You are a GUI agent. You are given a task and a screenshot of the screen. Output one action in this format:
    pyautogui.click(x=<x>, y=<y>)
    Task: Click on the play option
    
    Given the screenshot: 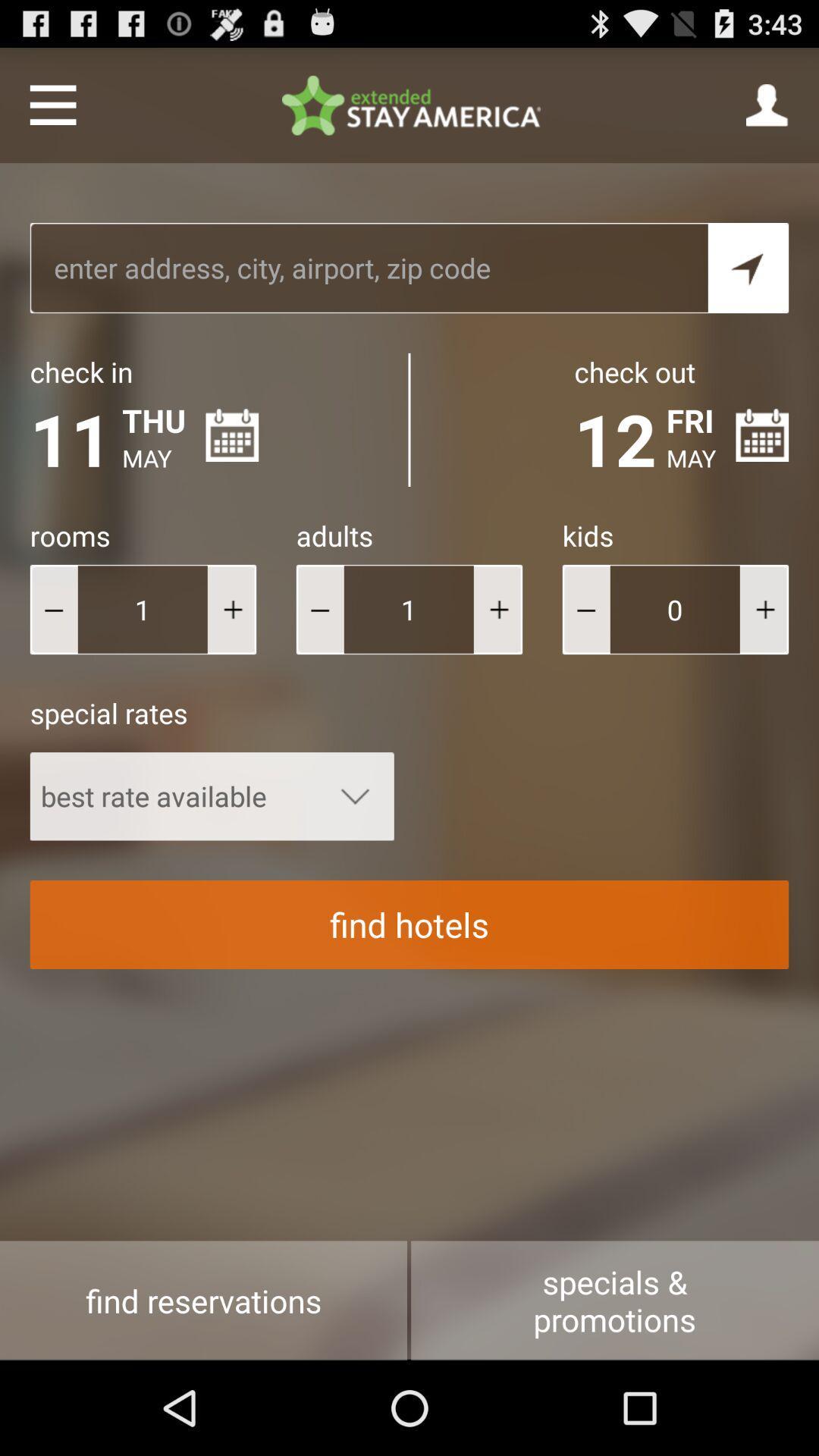 What is the action you would take?
    pyautogui.click(x=231, y=609)
    